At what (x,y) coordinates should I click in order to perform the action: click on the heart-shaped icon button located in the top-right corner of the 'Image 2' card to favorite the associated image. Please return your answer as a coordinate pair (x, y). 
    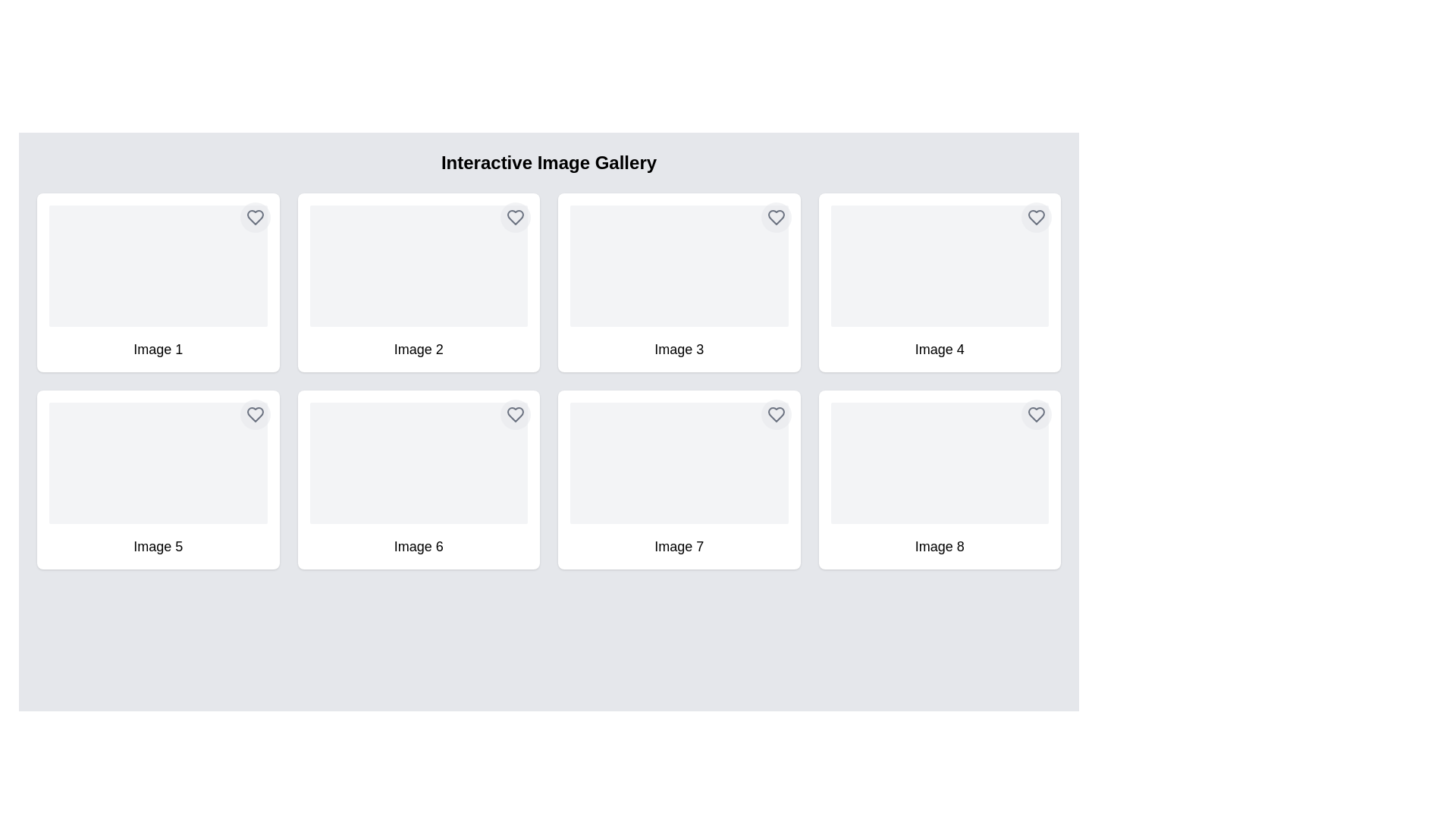
    Looking at the image, I should click on (516, 217).